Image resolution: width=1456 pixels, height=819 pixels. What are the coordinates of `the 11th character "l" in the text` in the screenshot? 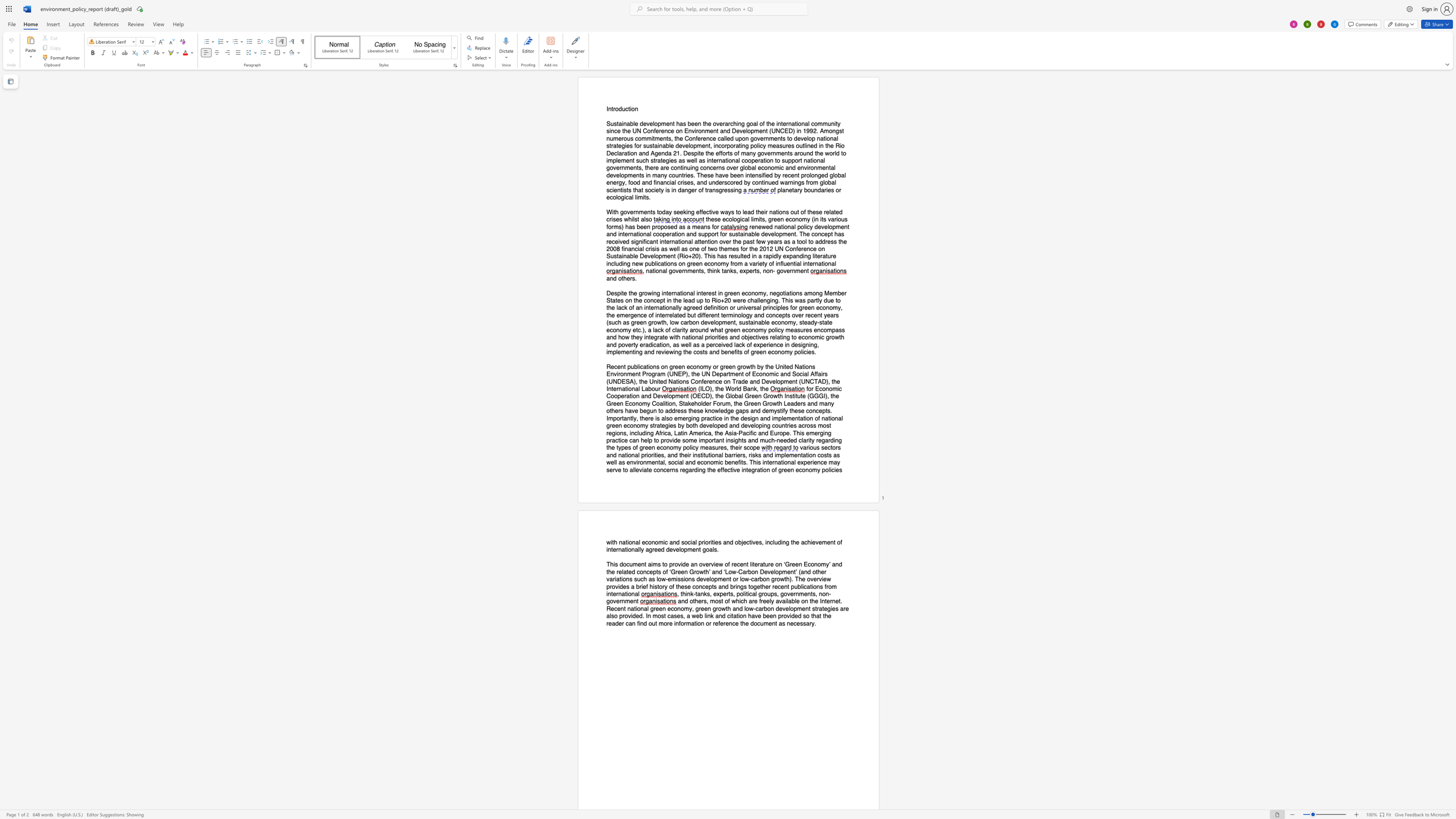 It's located at (673, 315).